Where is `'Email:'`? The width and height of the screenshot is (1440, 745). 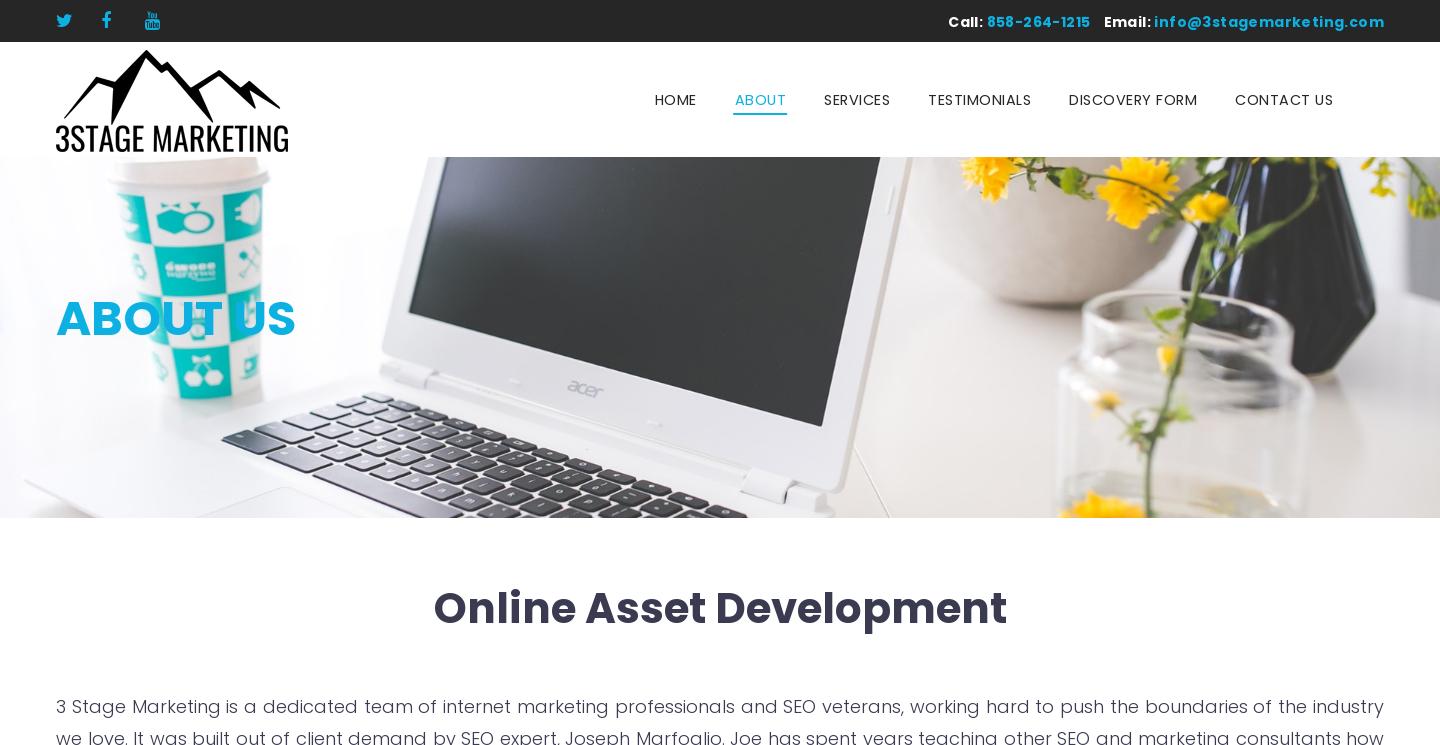 'Email:' is located at coordinates (1127, 21).